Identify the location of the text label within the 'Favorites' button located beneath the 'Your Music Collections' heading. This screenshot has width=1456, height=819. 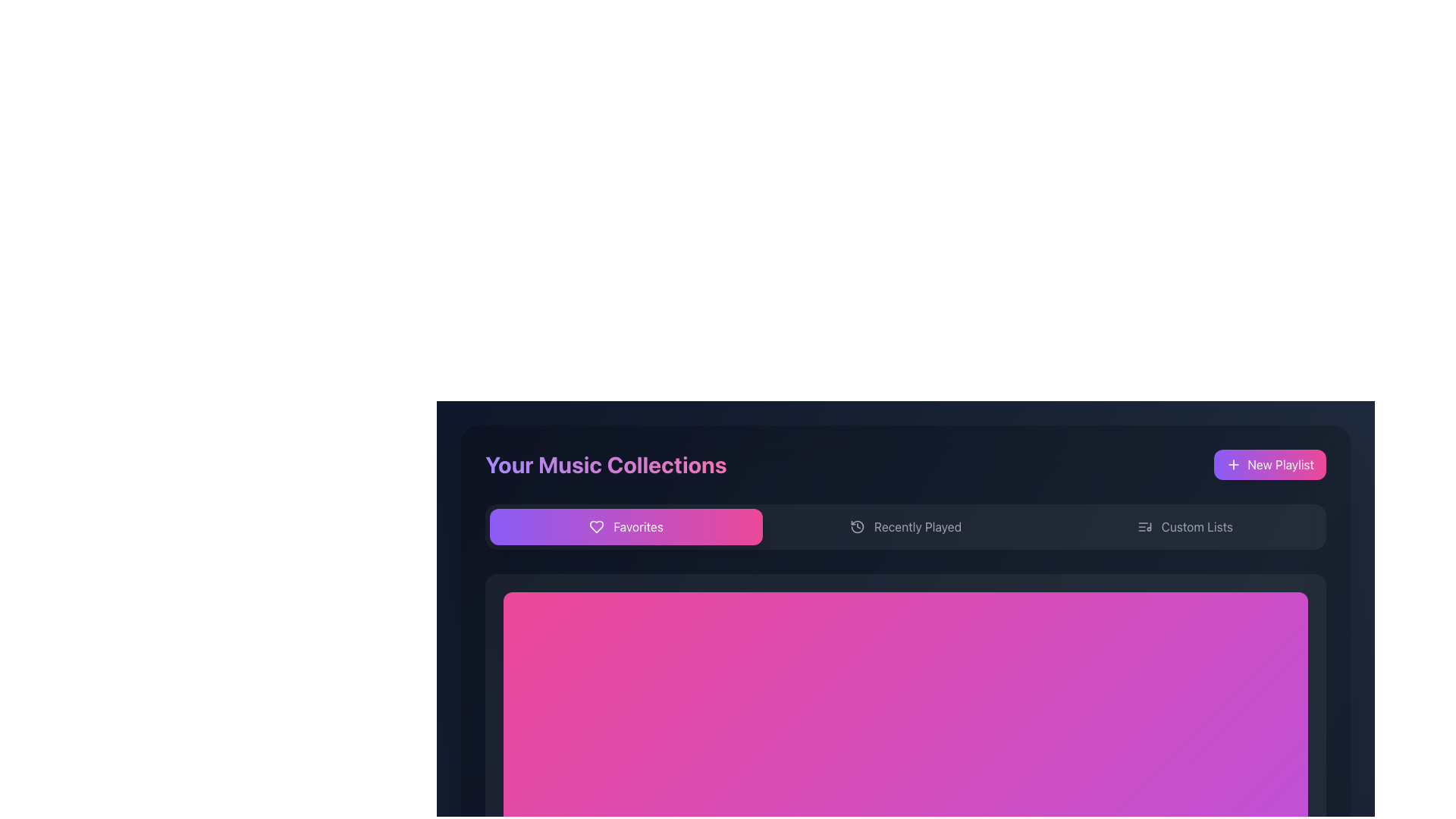
(639, 526).